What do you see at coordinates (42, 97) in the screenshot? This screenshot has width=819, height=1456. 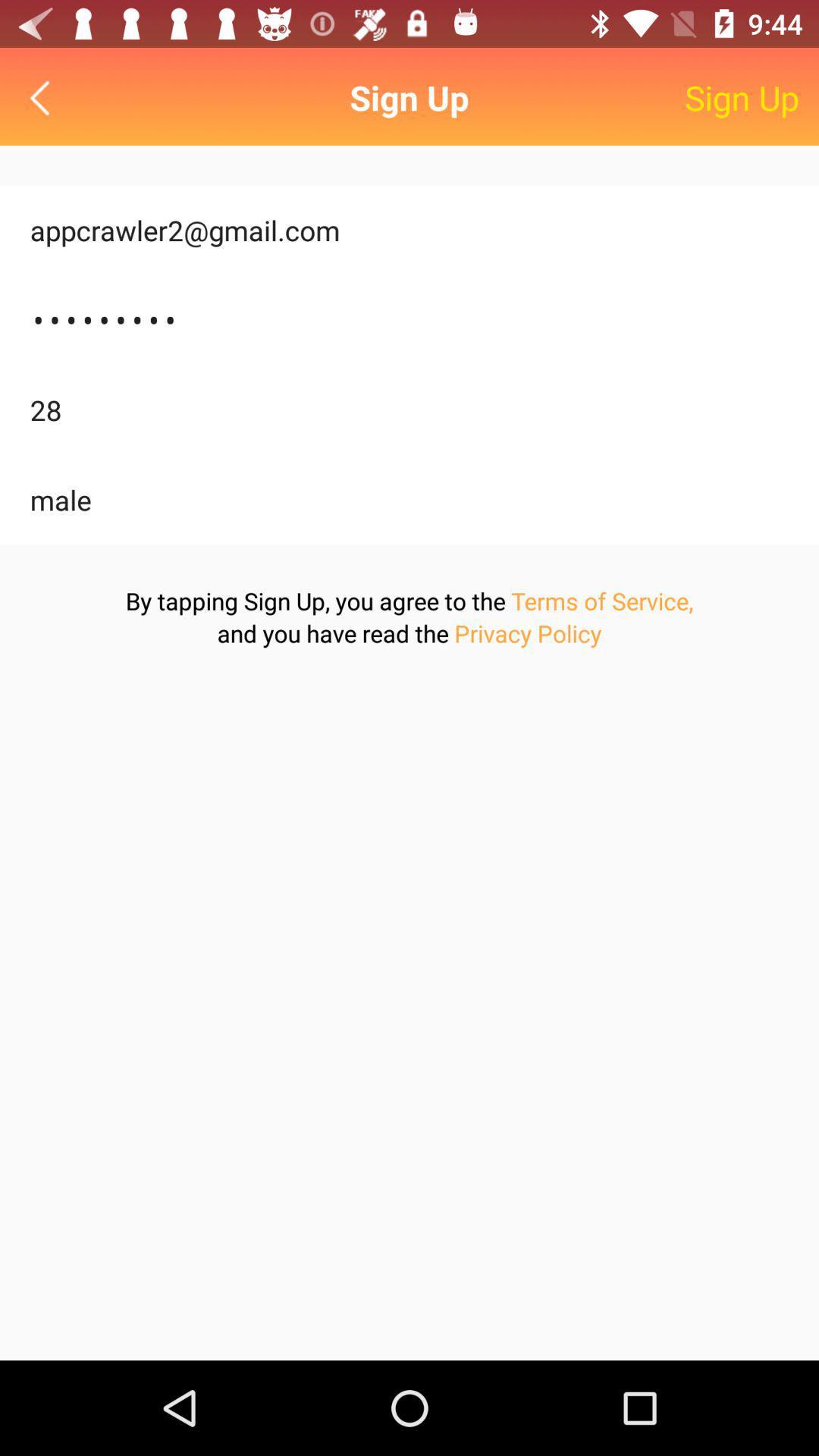 I see `go back` at bounding box center [42, 97].